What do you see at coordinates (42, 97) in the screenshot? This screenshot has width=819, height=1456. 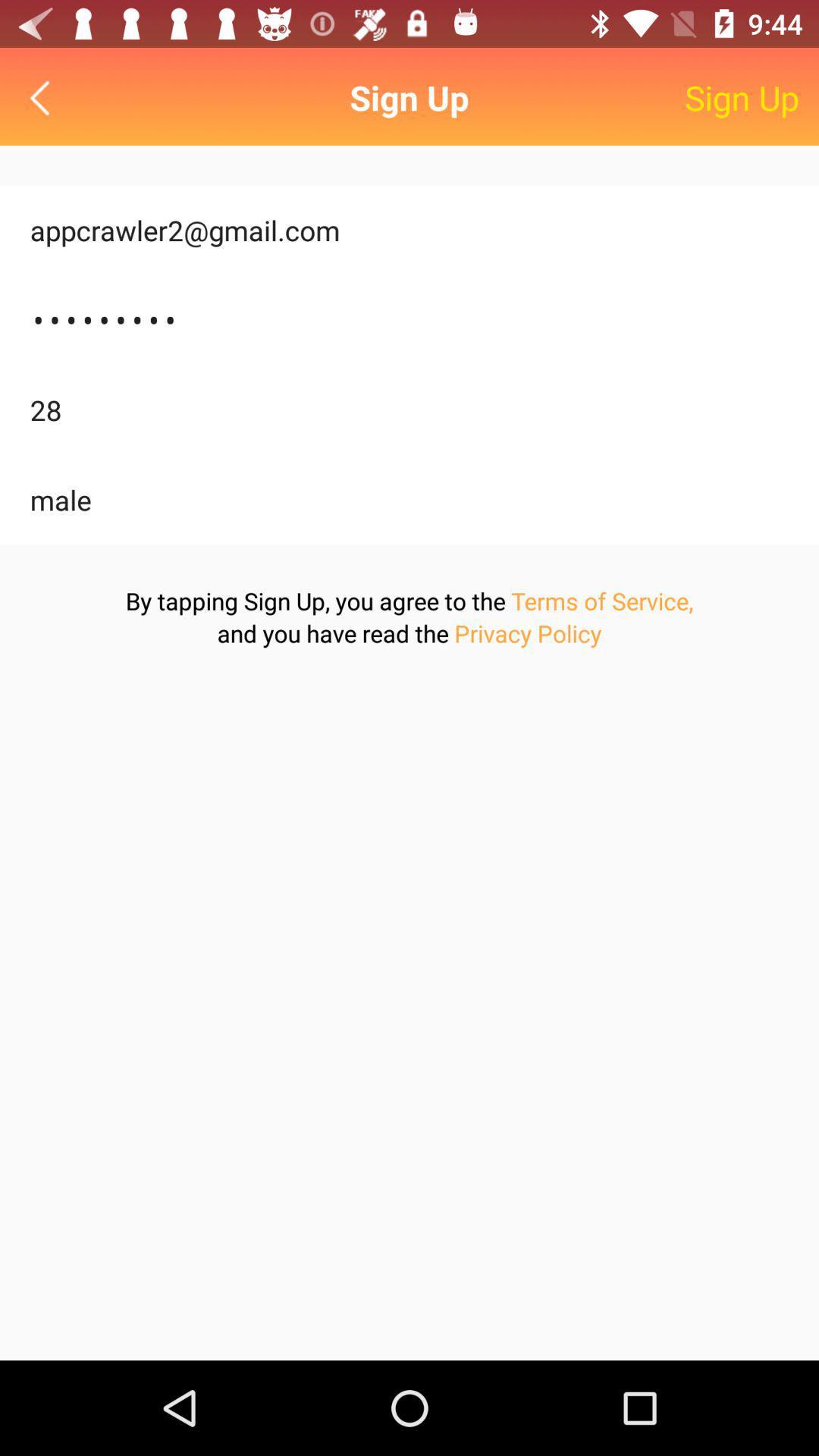 I see `go back` at bounding box center [42, 97].